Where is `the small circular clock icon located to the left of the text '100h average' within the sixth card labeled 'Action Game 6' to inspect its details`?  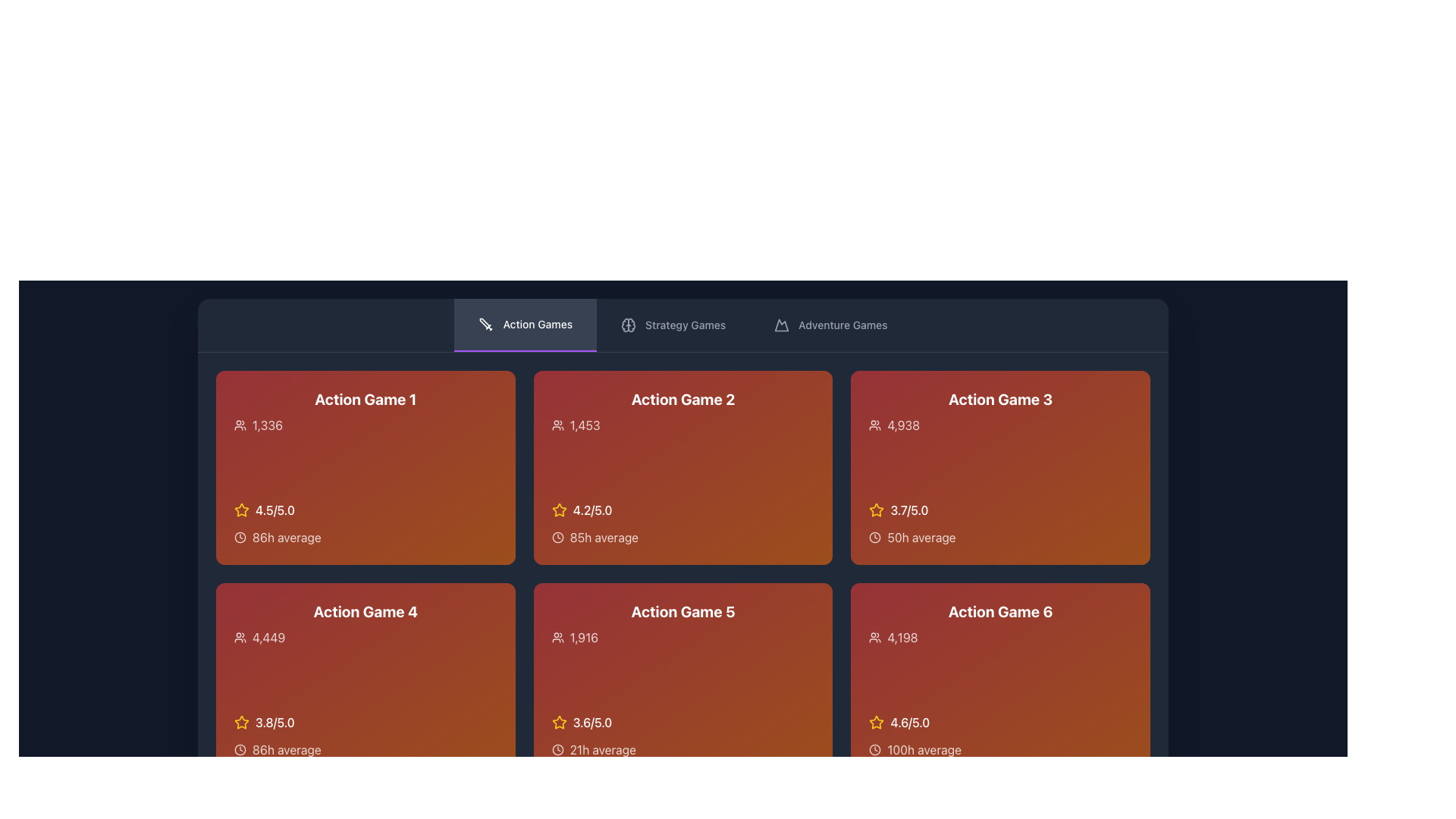
the small circular clock icon located to the left of the text '100h average' within the sixth card labeled 'Action Game 6' to inspect its details is located at coordinates (875, 748).